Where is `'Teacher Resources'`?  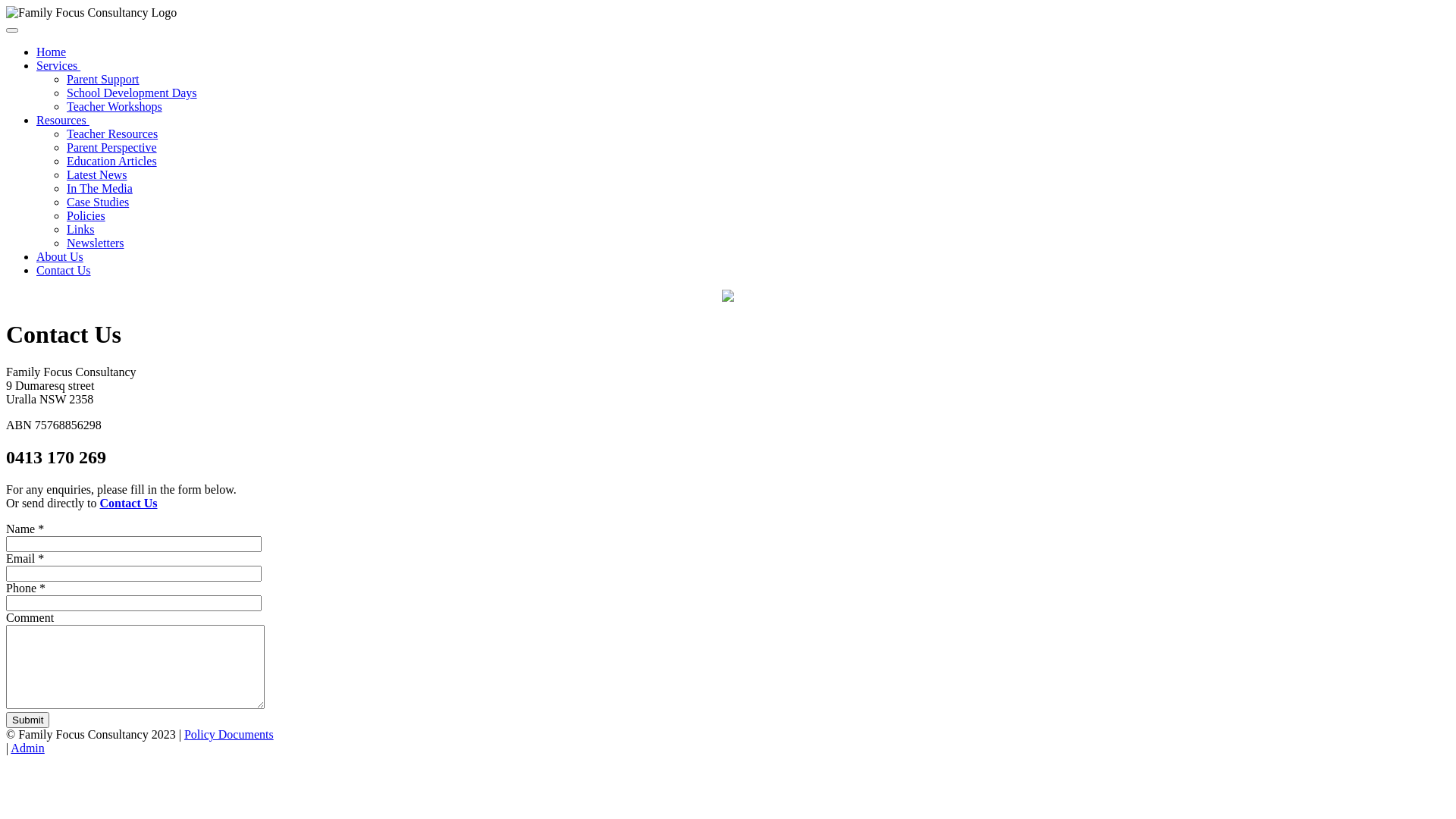
'Teacher Resources' is located at coordinates (65, 133).